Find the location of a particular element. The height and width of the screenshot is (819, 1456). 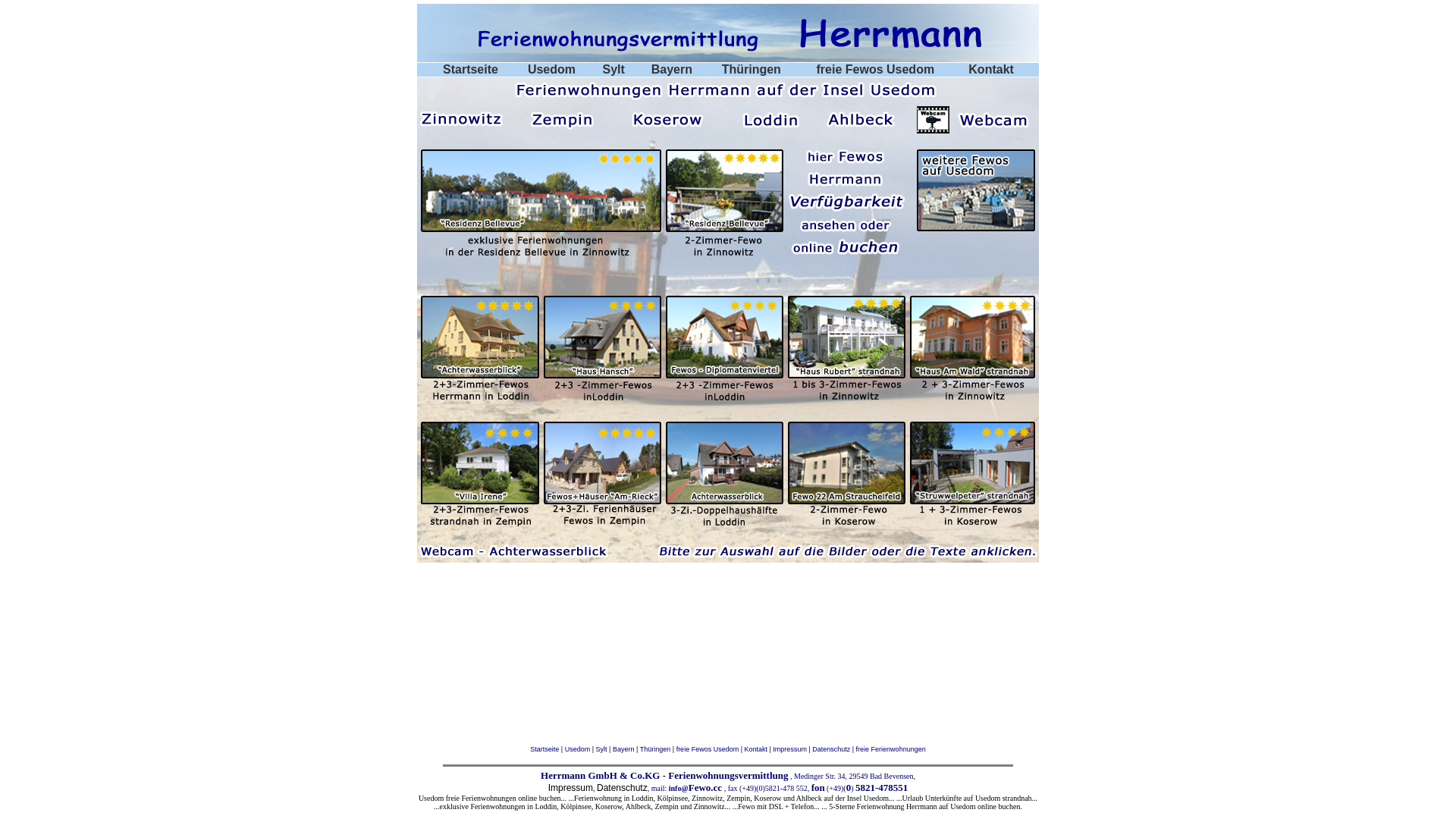

'Sylt' is located at coordinates (613, 69).